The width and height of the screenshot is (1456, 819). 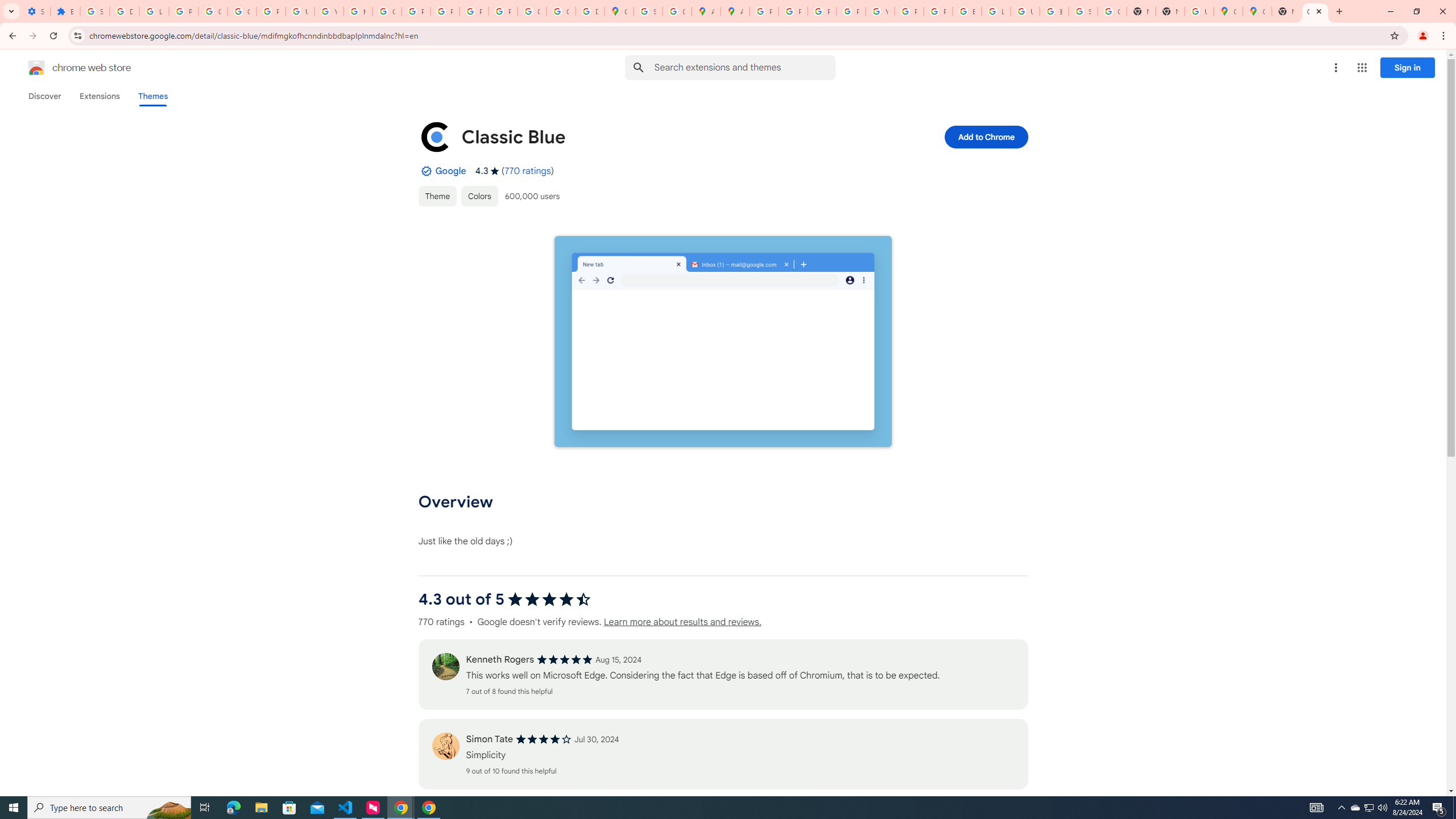 What do you see at coordinates (435, 137) in the screenshot?
I see `'Item logo image for Classic Blue'` at bounding box center [435, 137].